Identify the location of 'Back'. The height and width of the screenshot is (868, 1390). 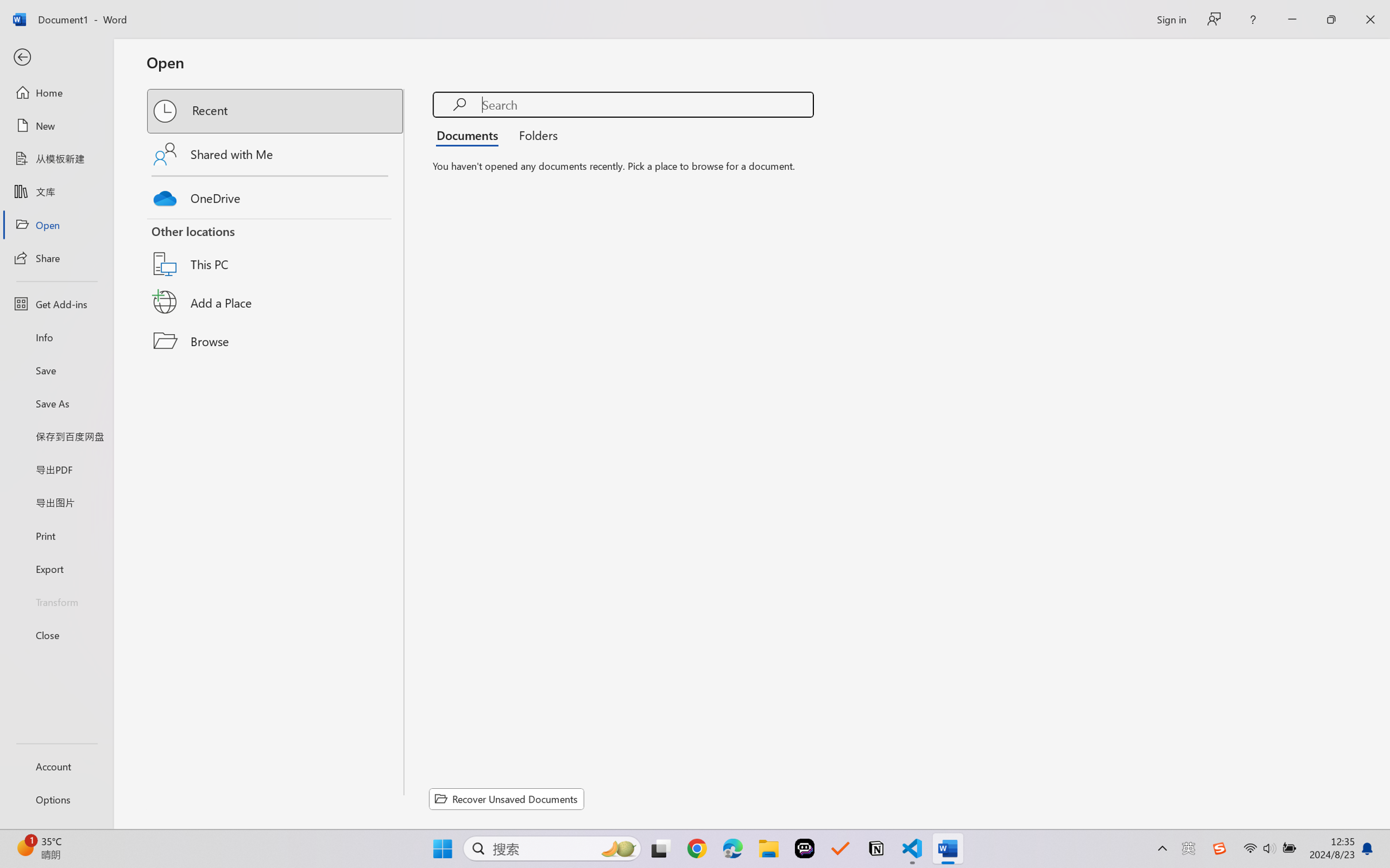
(56, 57).